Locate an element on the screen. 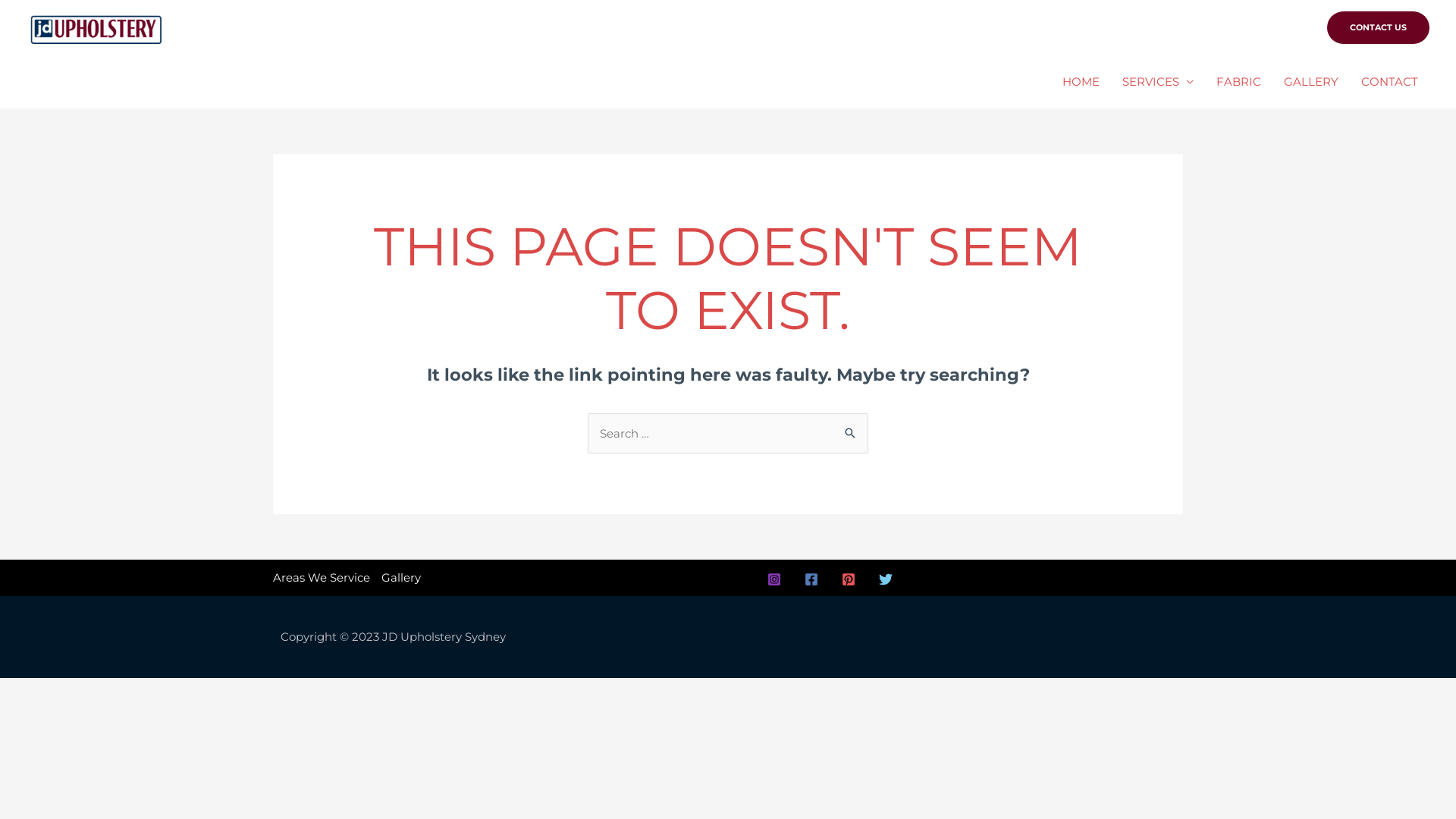 This screenshot has height=819, width=1456. 'CONTACT' is located at coordinates (1389, 82).